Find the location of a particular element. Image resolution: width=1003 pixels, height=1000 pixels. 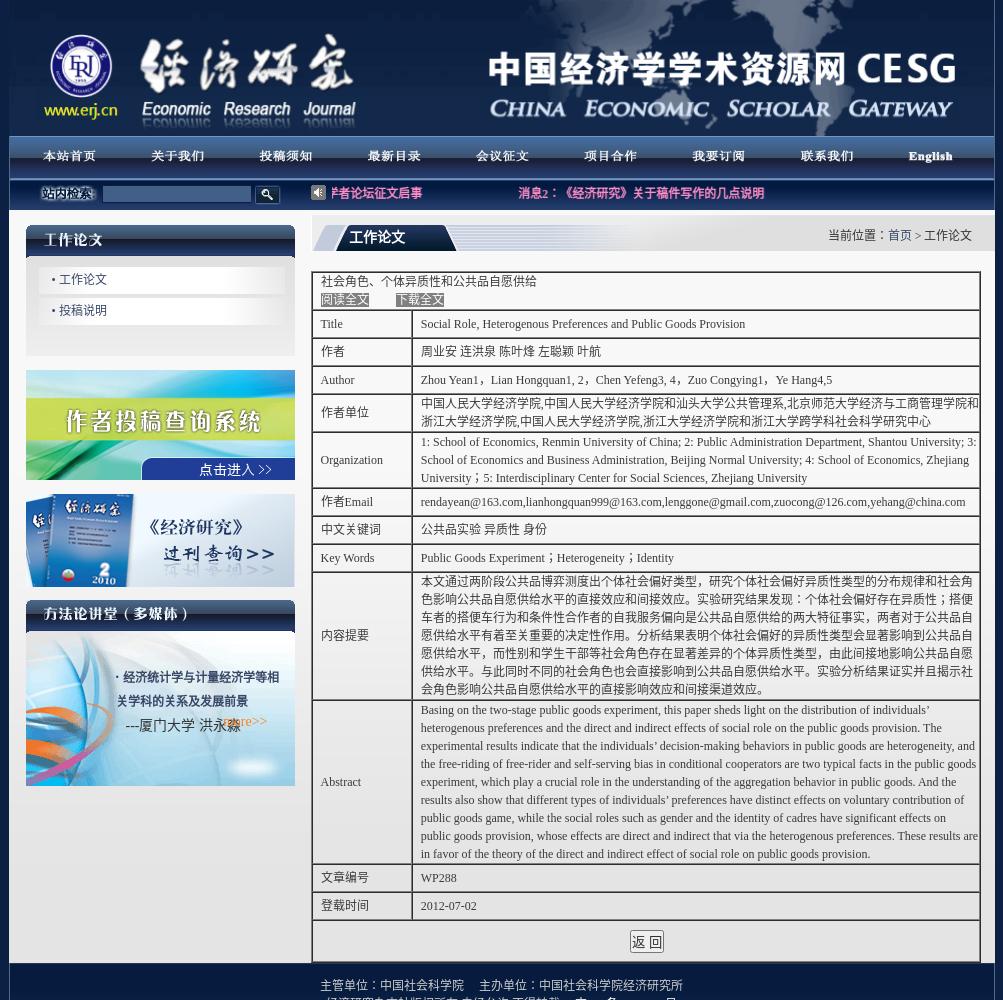

'Author' is located at coordinates (336, 380).